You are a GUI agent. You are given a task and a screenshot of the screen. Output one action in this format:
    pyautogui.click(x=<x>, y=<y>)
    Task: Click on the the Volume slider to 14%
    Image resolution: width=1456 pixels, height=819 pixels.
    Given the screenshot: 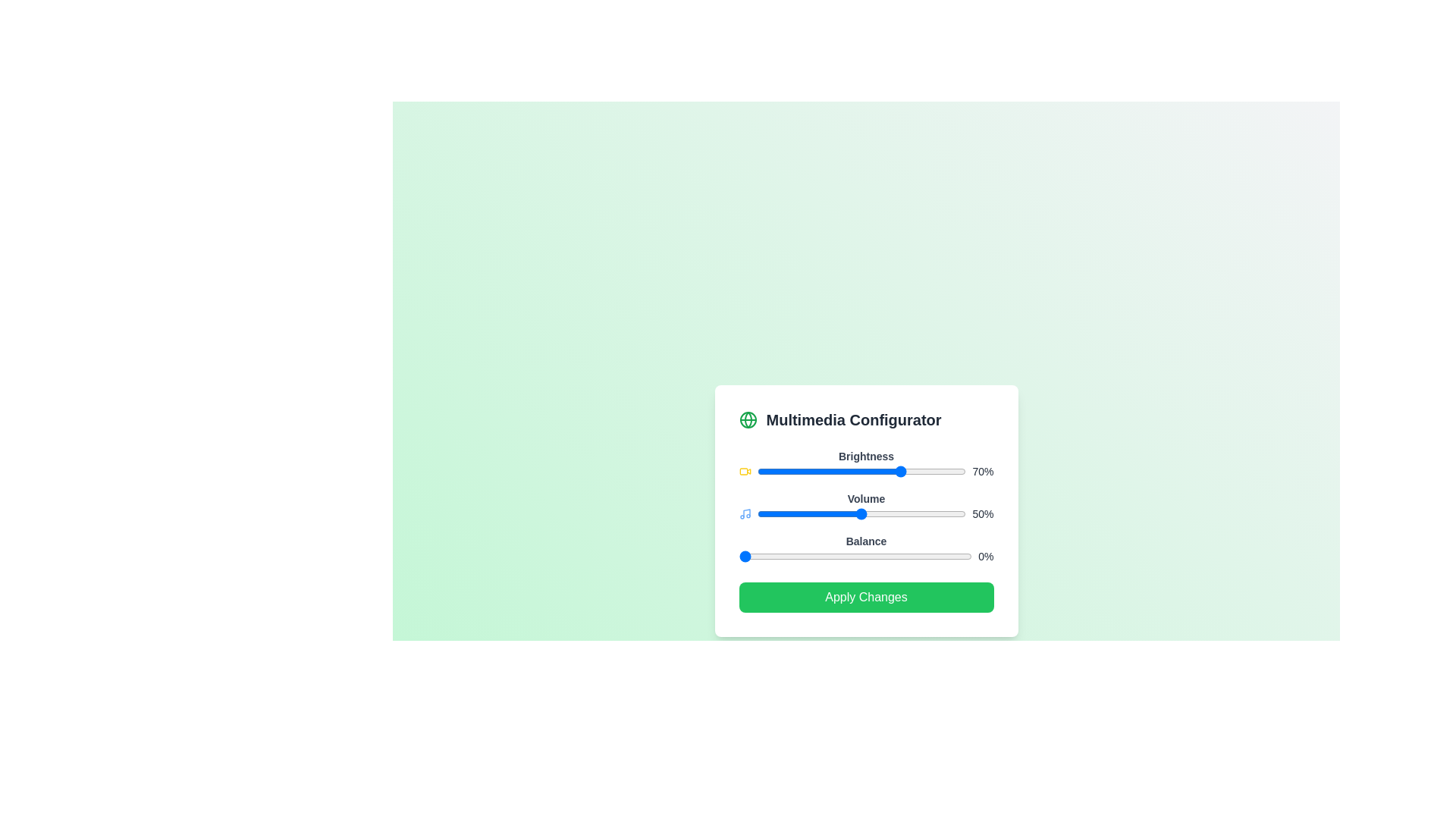 What is the action you would take?
    pyautogui.click(x=786, y=513)
    